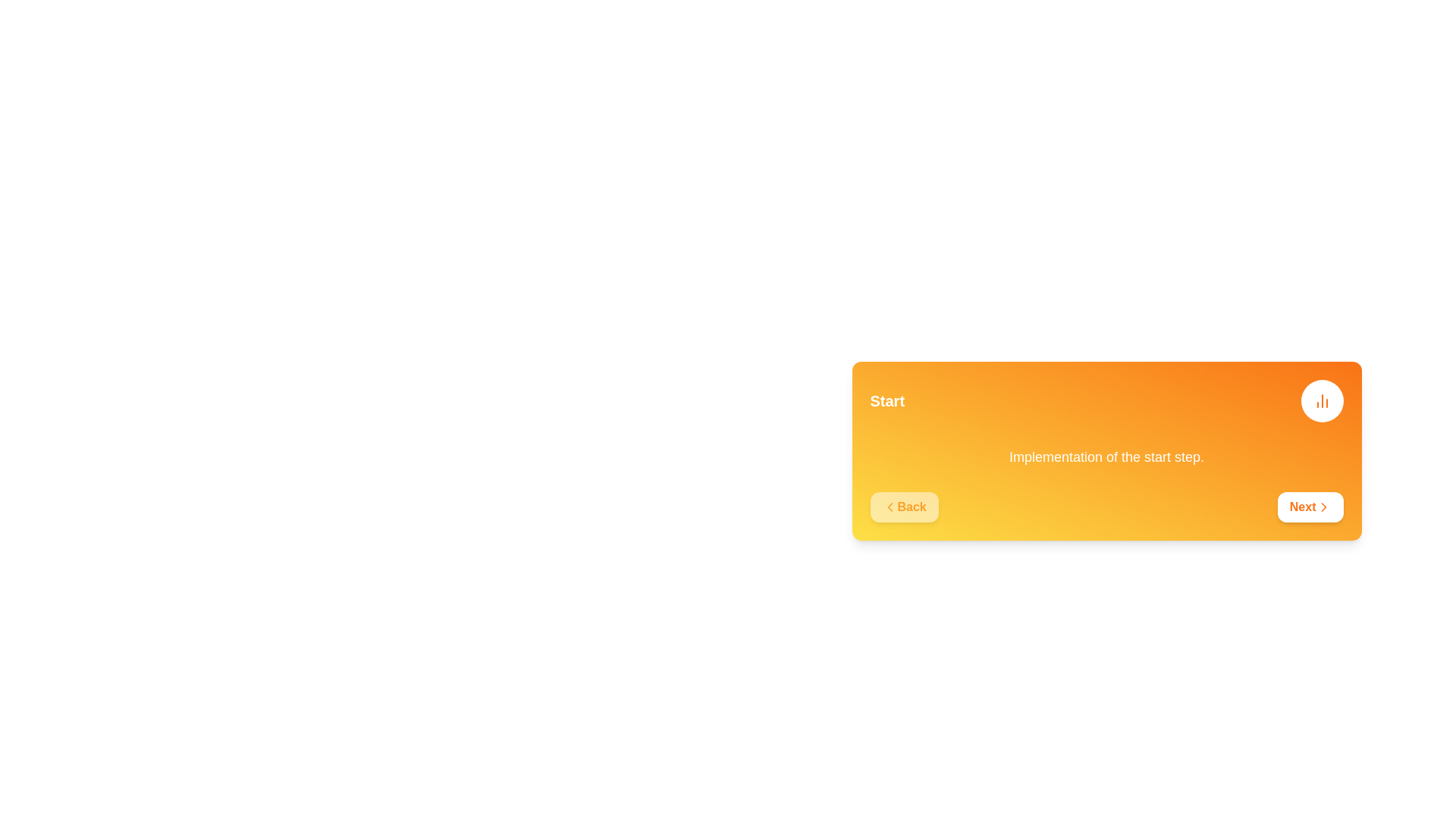 The width and height of the screenshot is (1456, 819). What do you see at coordinates (890, 507) in the screenshot?
I see `the left-pointing chevron icon in the 'Back' navigation button located at the bottom left of the orange gradient panel` at bounding box center [890, 507].